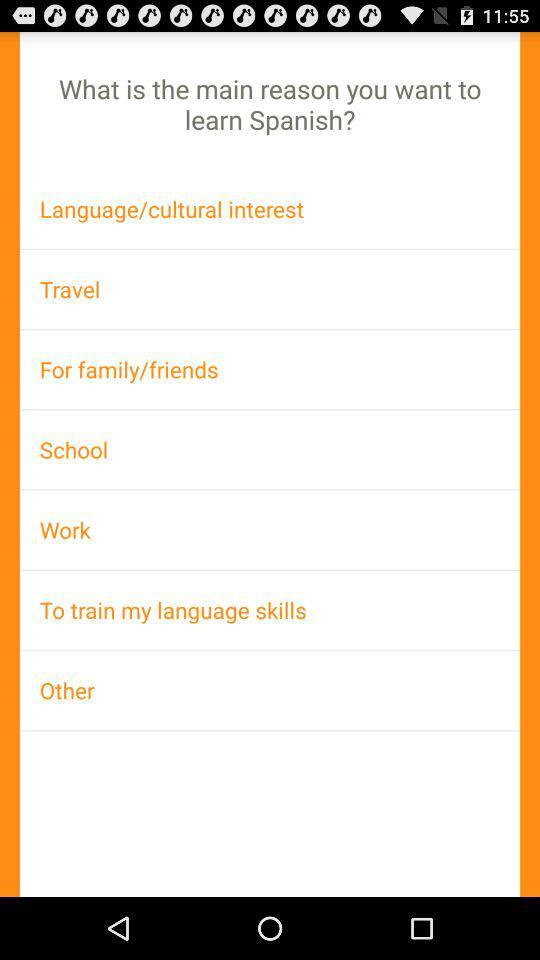 The width and height of the screenshot is (540, 960). What do you see at coordinates (270, 368) in the screenshot?
I see `for family/friends` at bounding box center [270, 368].